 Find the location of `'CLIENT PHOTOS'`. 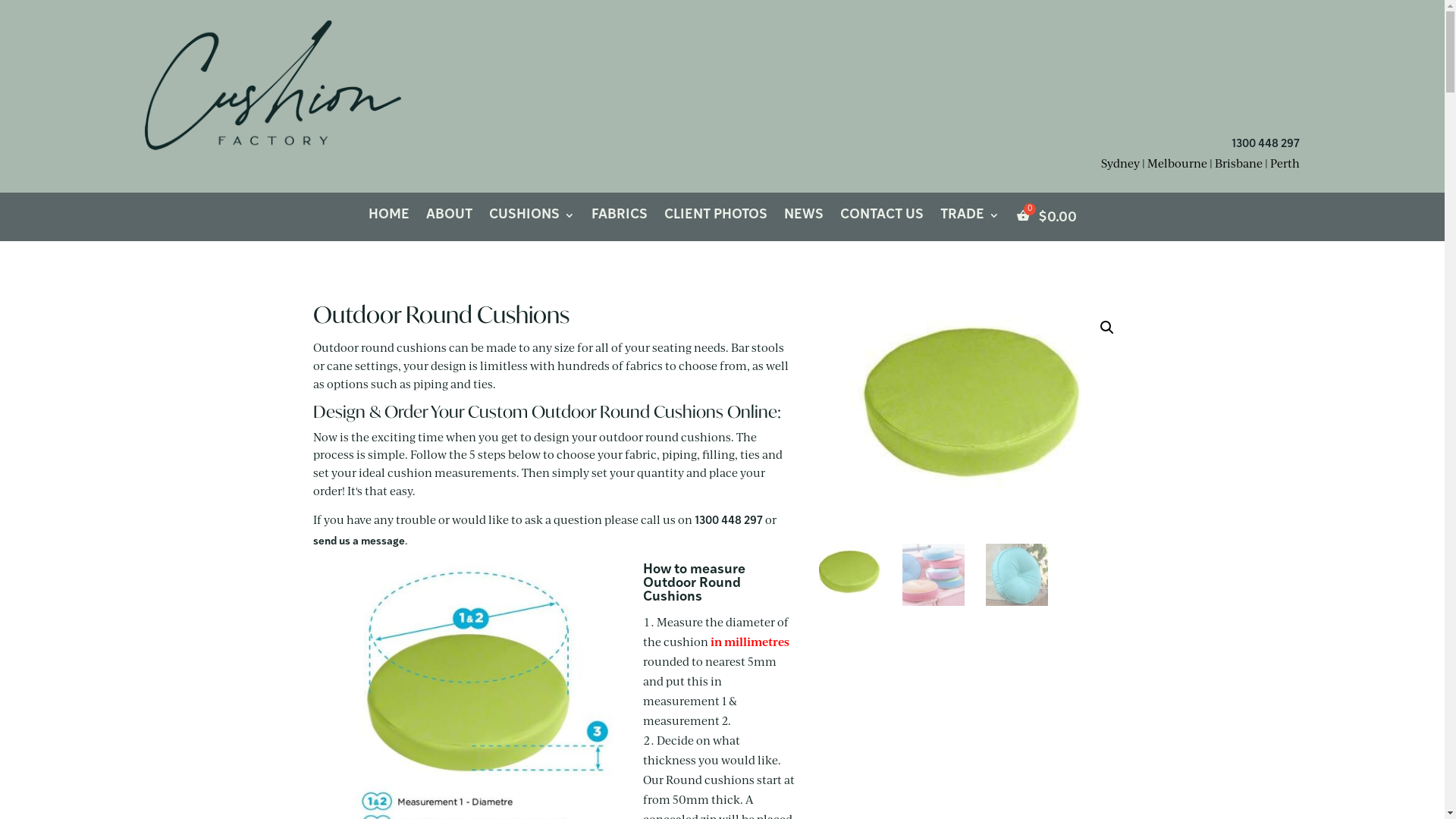

'CLIENT PHOTOS' is located at coordinates (715, 219).